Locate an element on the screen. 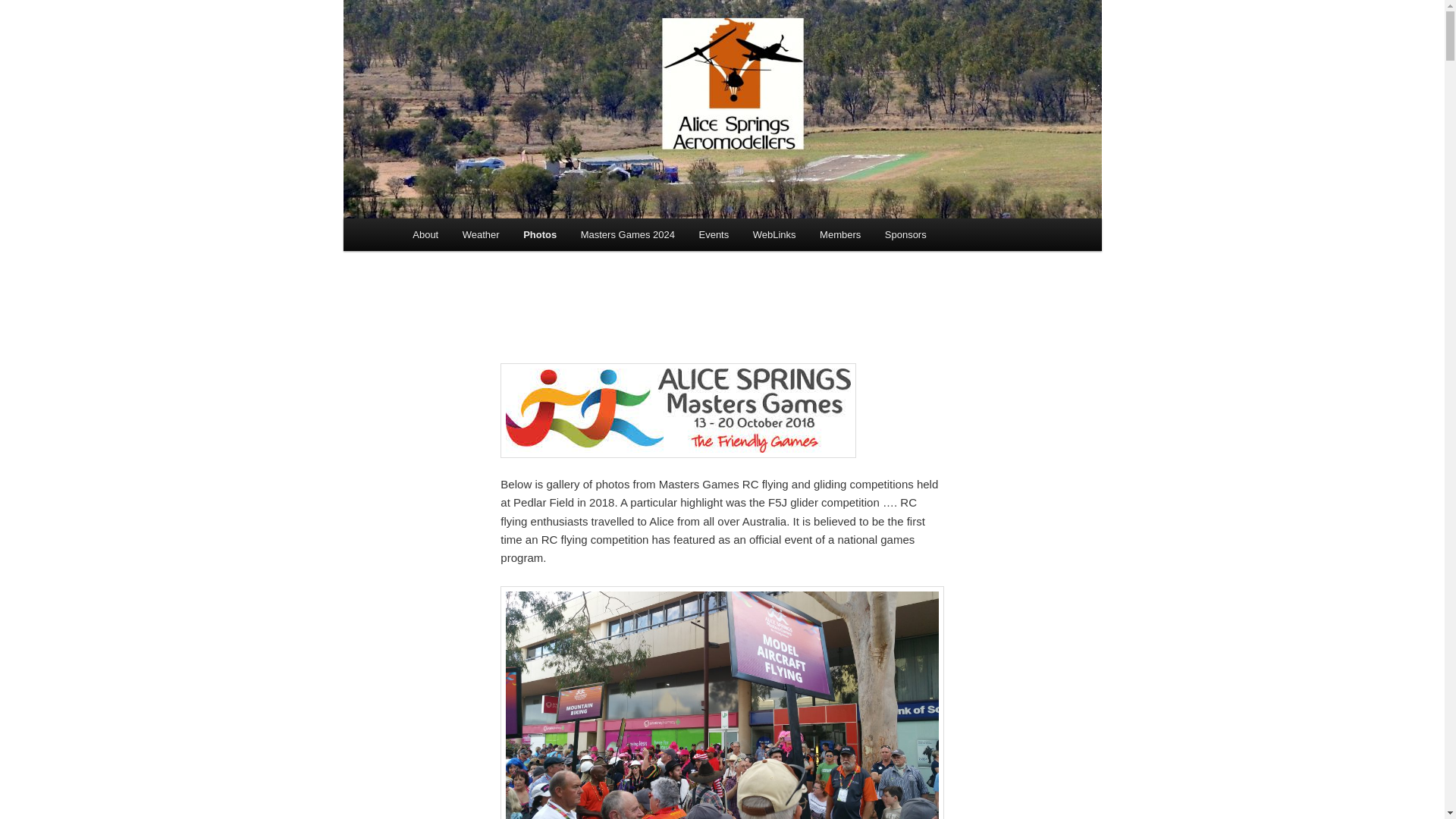  'Weather' is located at coordinates (479, 234).